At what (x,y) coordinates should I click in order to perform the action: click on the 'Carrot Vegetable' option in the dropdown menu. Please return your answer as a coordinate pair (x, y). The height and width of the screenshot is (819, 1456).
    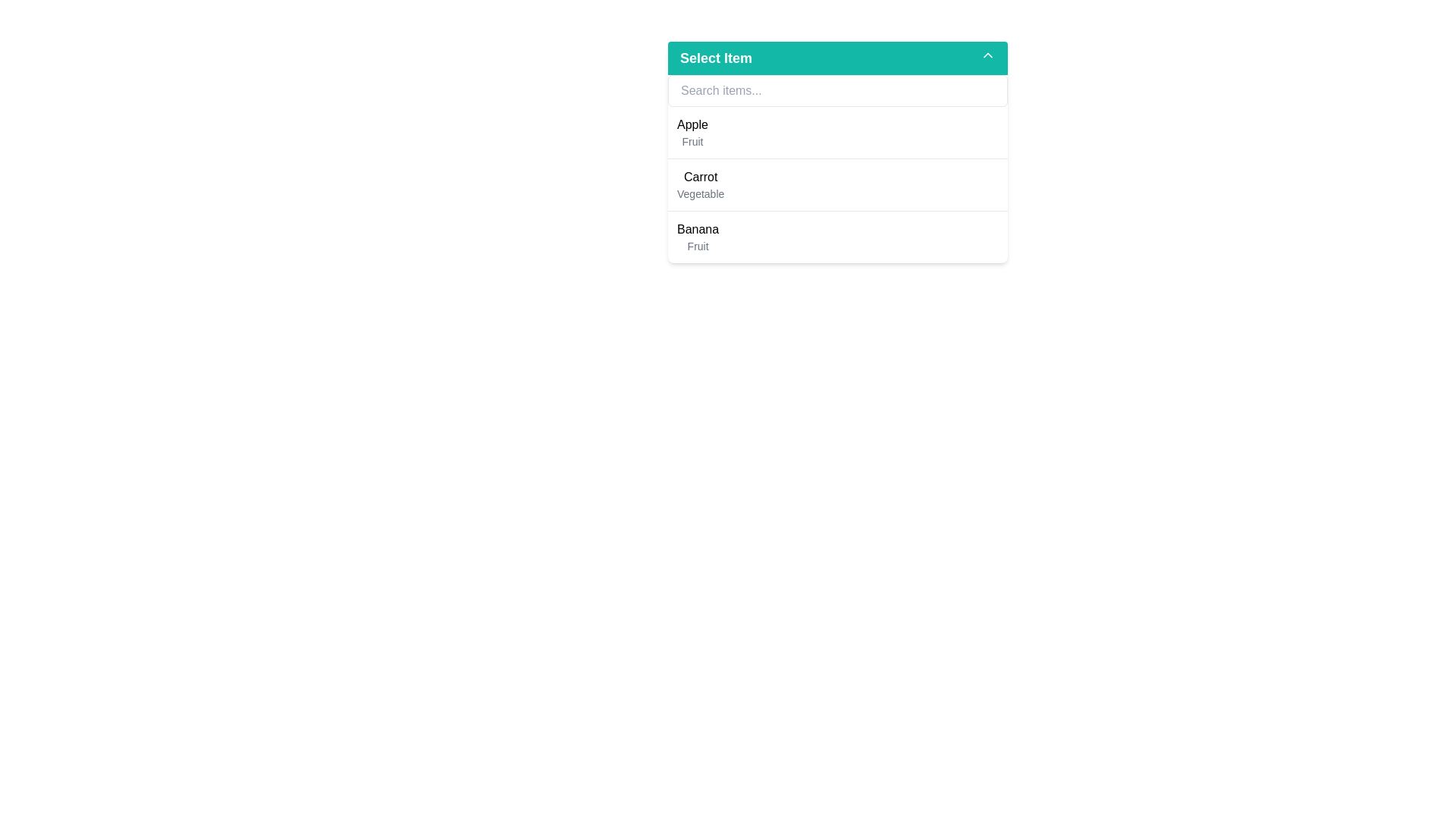
    Looking at the image, I should click on (836, 184).